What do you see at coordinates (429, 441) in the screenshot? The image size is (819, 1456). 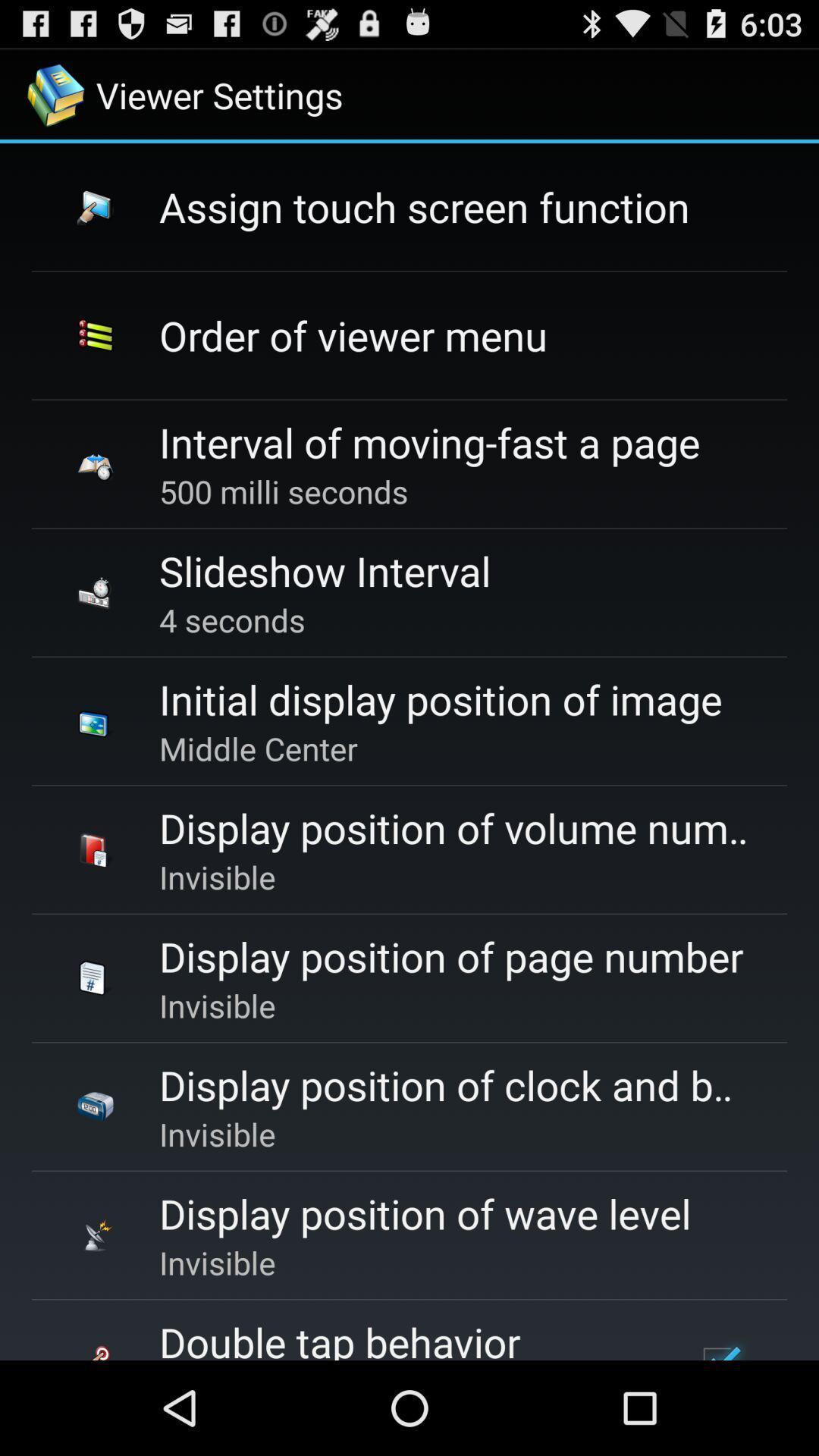 I see `the interval of moving icon` at bounding box center [429, 441].